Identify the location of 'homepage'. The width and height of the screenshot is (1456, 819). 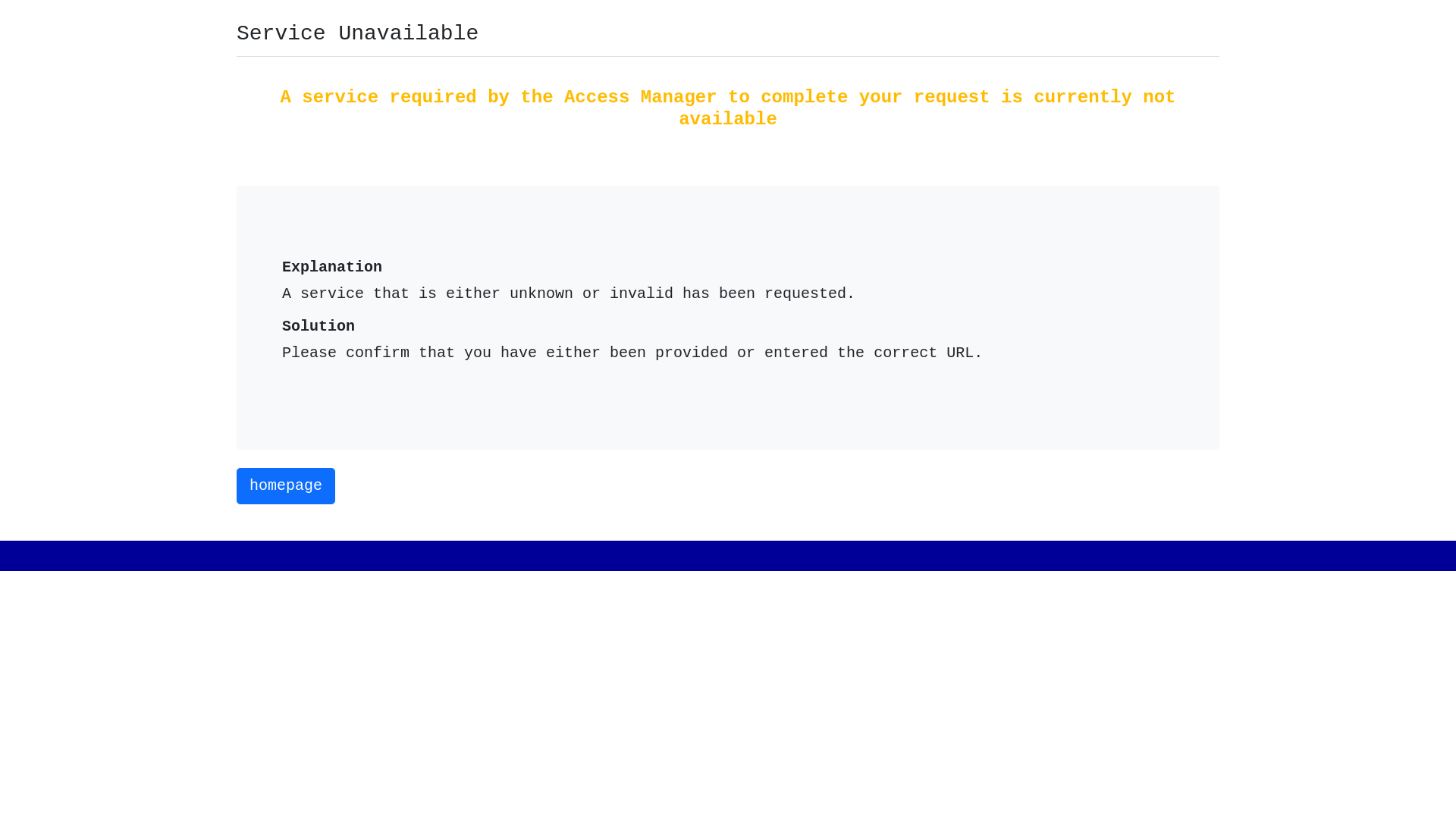
(286, 485).